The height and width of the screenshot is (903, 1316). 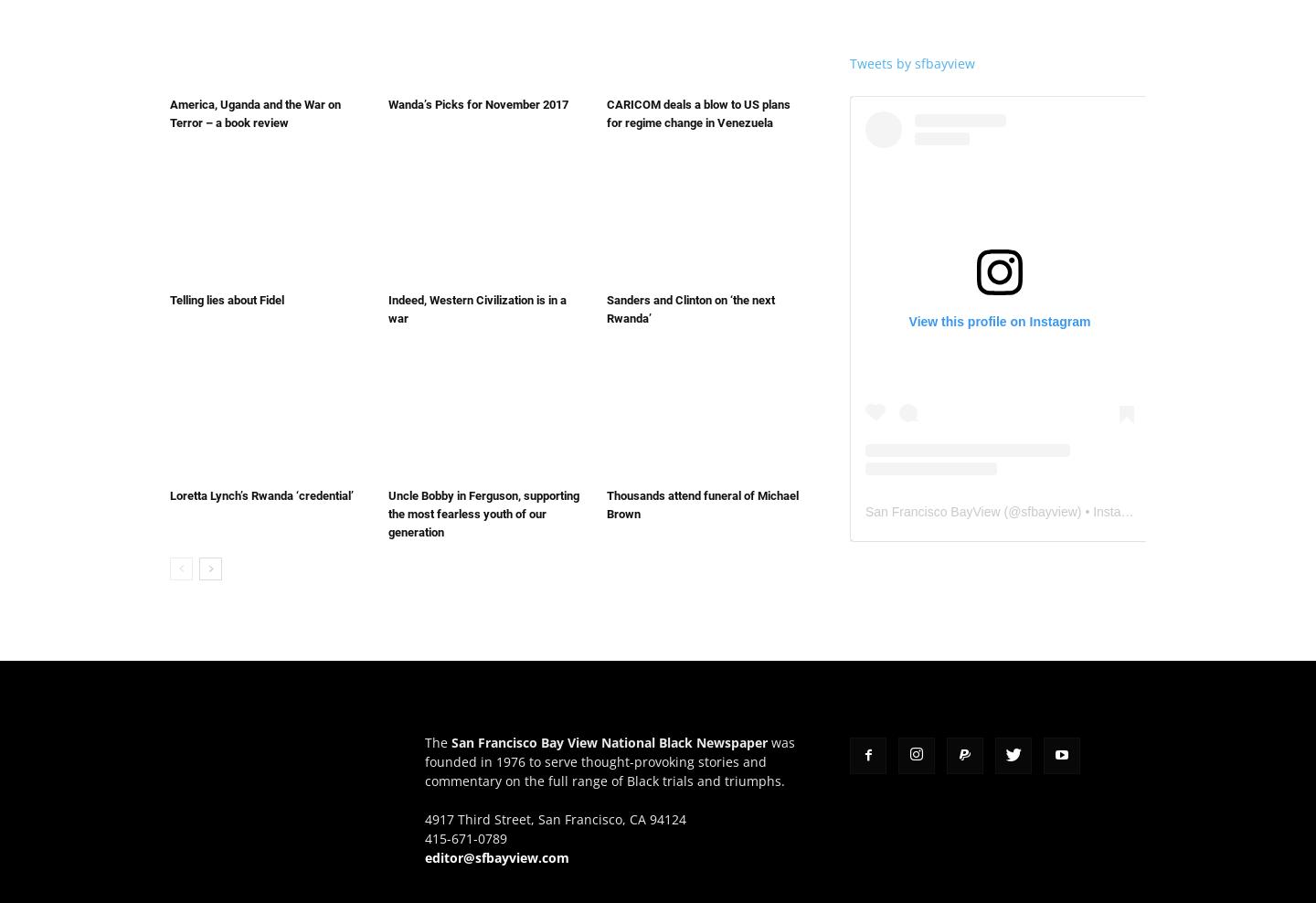 I want to click on ') • Instagram photos and videos', so click(x=1166, y=511).